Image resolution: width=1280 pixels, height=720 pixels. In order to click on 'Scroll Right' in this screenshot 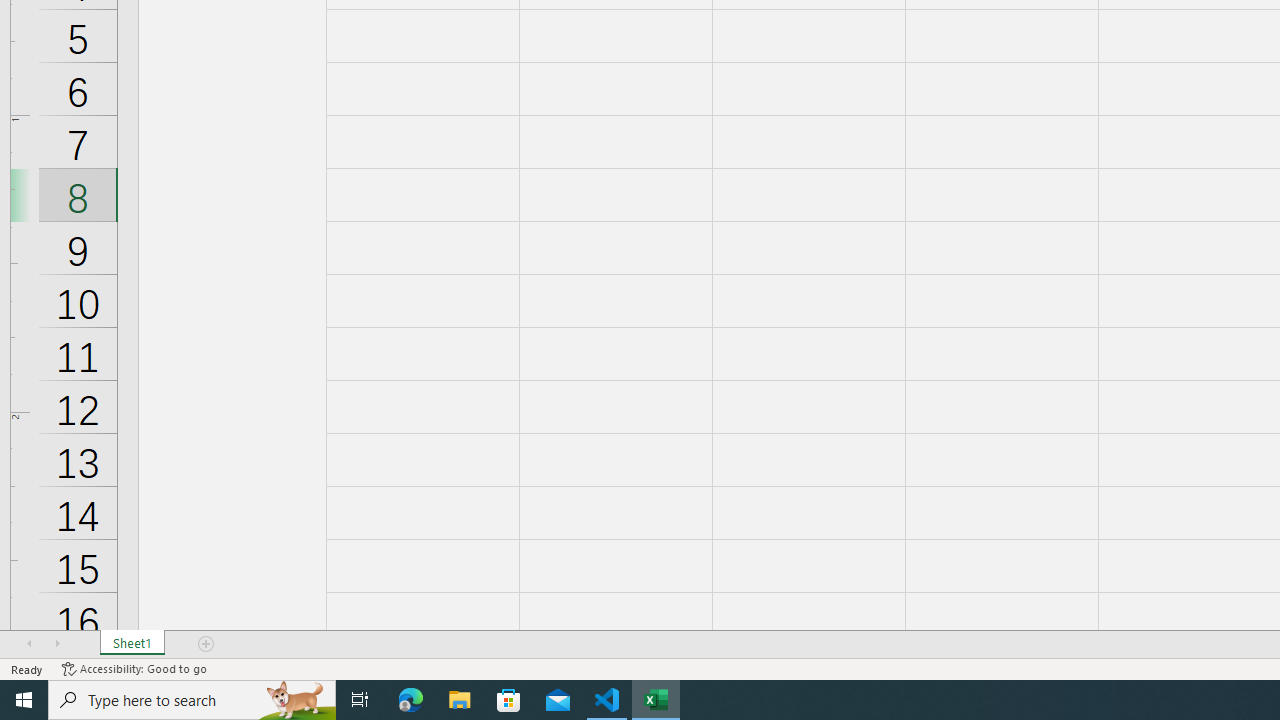, I will do `click(57, 644)`.